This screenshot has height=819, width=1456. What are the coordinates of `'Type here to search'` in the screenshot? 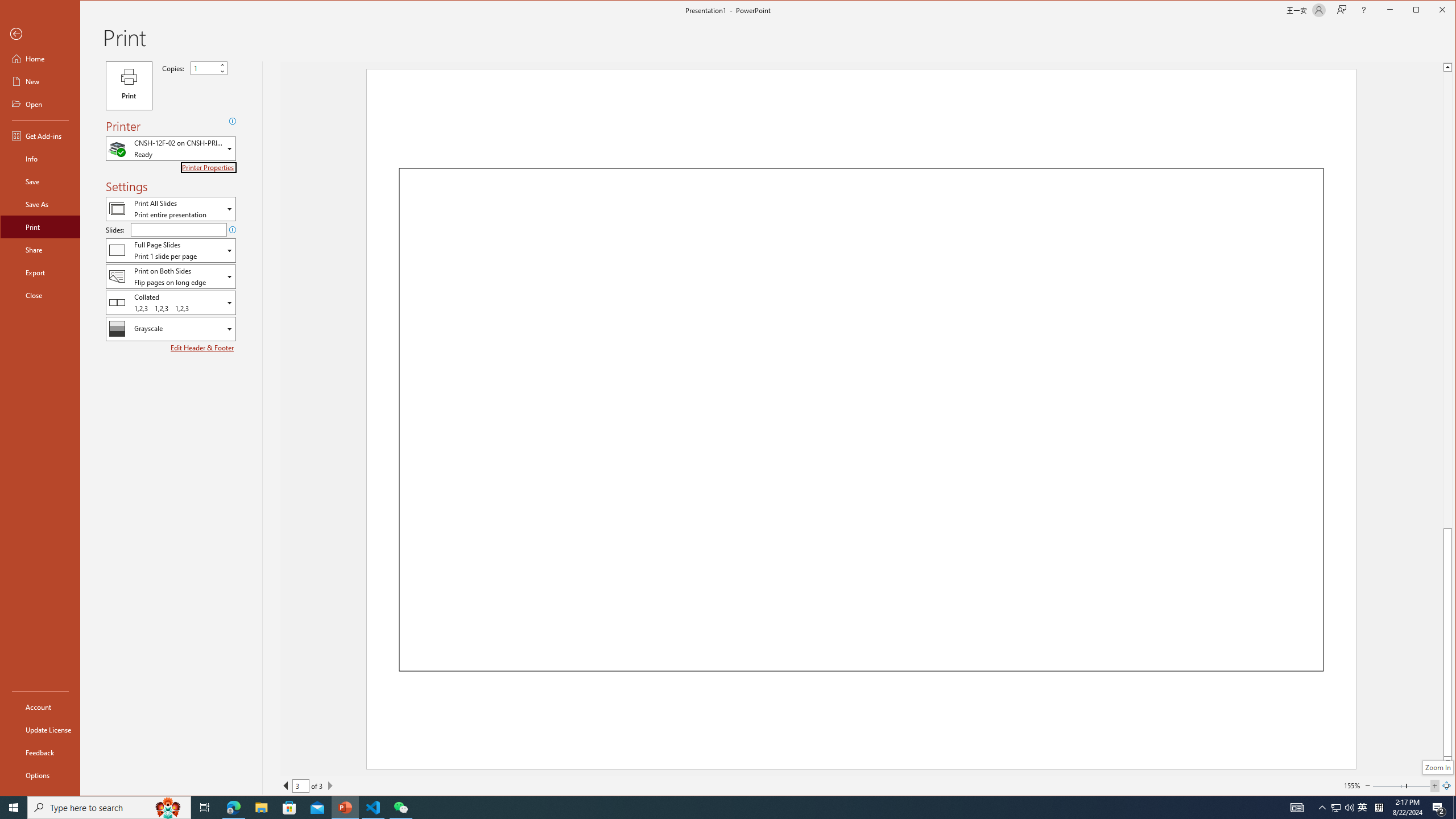 It's located at (109, 806).